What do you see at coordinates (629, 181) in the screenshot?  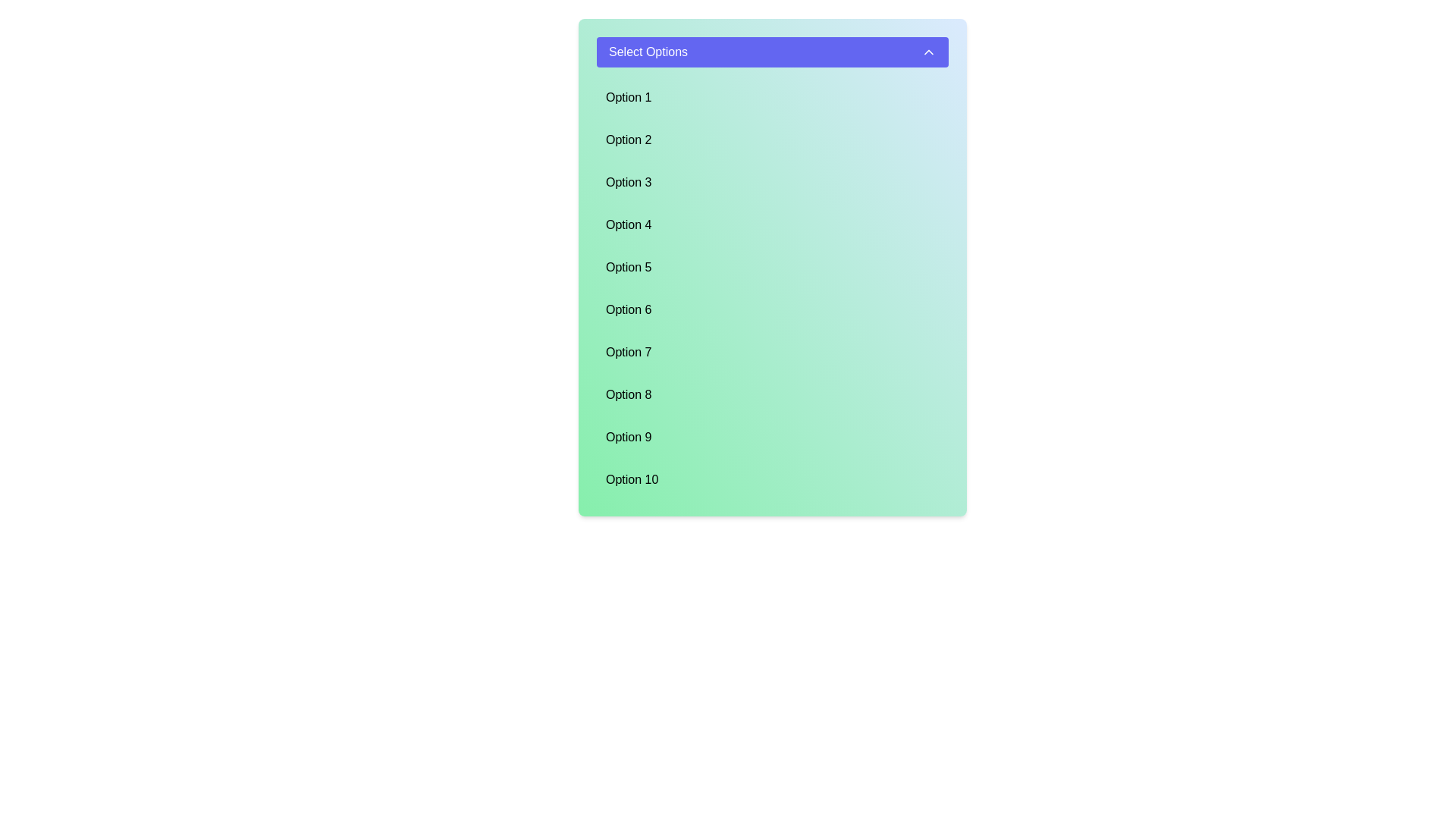 I see `the text labeled 'Option 3' in the vertical dropdown menu` at bounding box center [629, 181].